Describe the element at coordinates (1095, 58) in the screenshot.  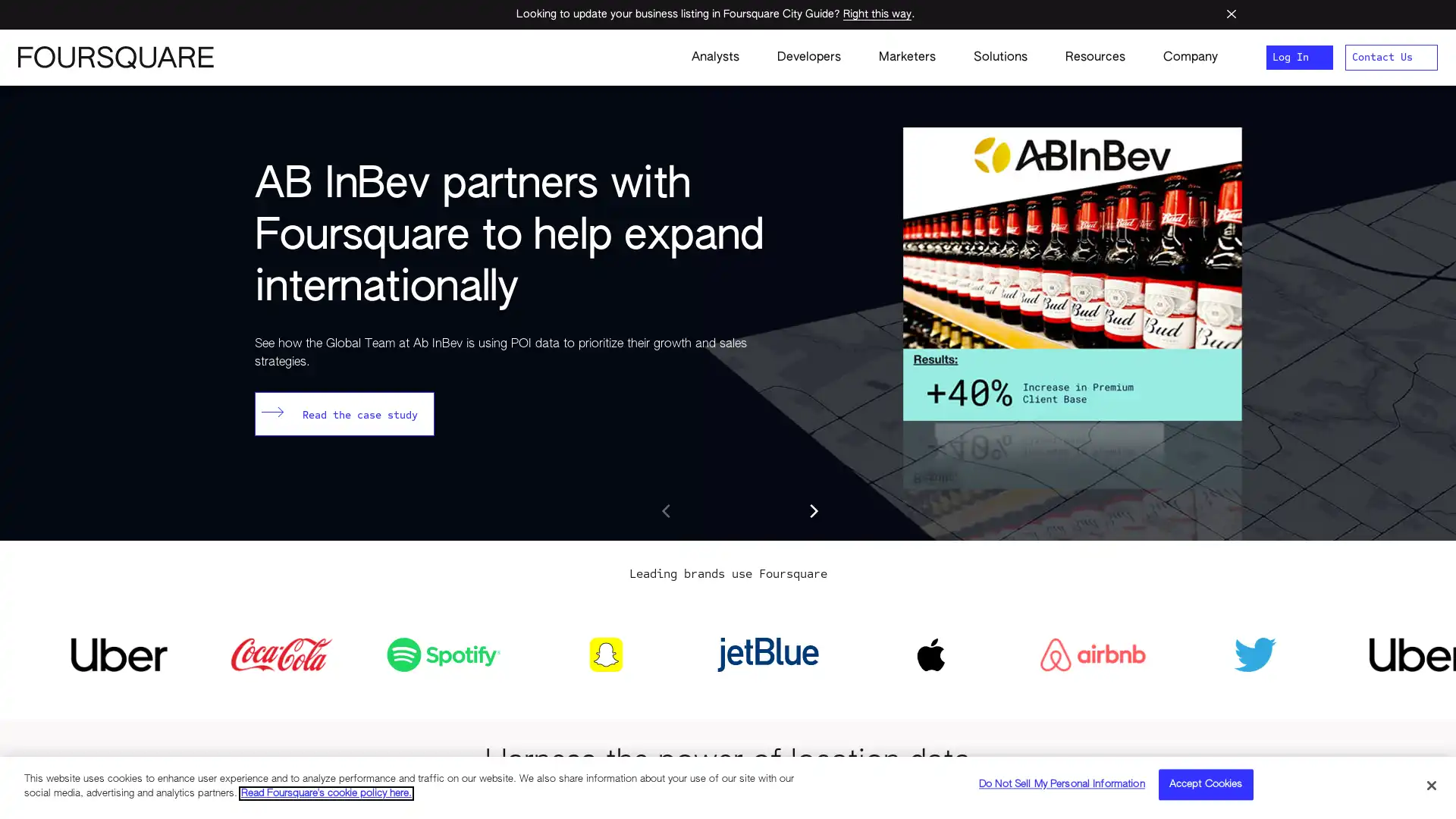
I see `Resources` at that location.